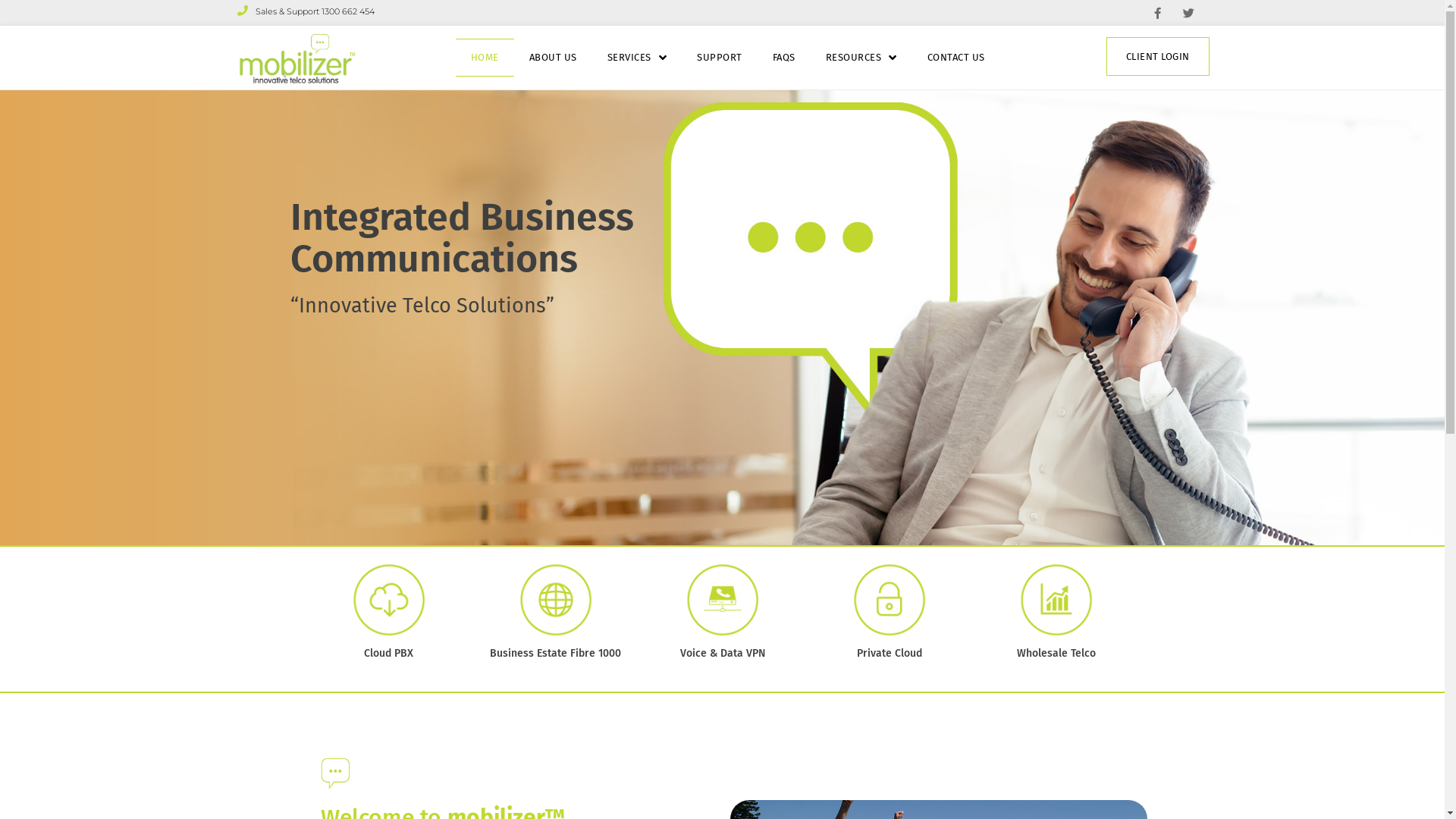  What do you see at coordinates (484, 57) in the screenshot?
I see `'HOME'` at bounding box center [484, 57].